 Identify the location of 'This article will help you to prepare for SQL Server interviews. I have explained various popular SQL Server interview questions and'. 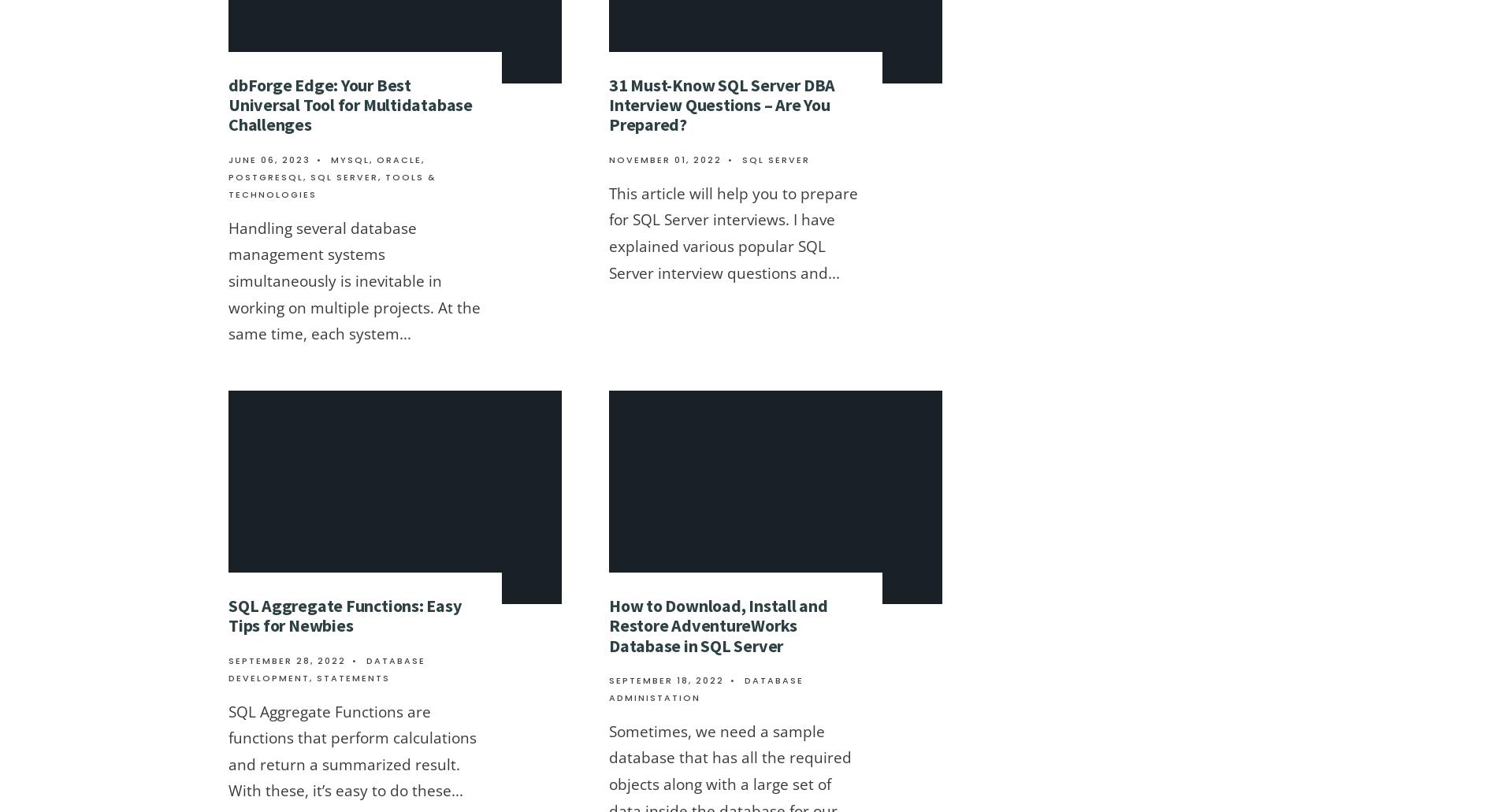
(733, 232).